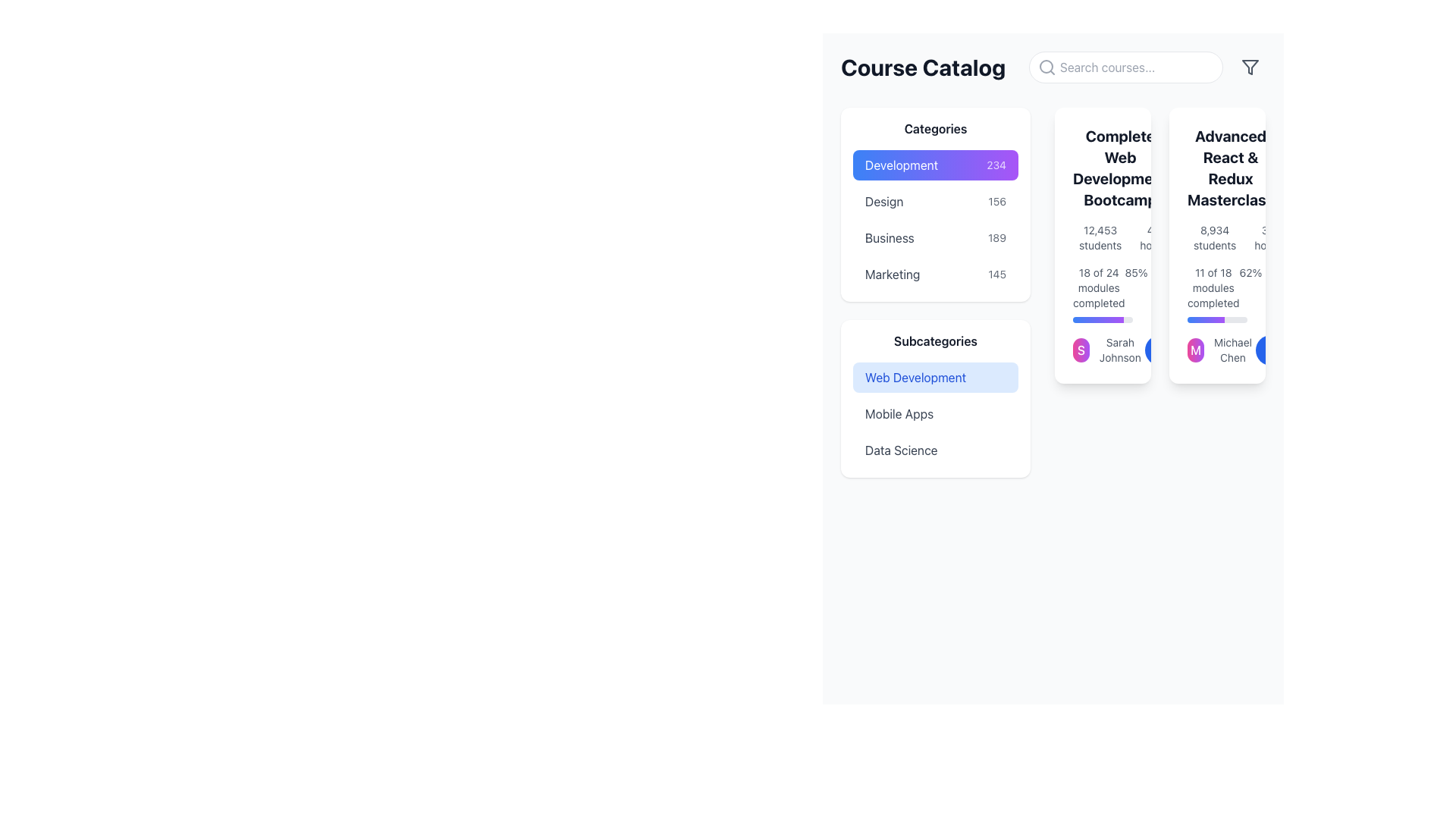 This screenshot has height=819, width=1456. I want to click on the static text element that serves as the title of the course card, located at the top of the card in a horizontally aligned grid, so click(1217, 168).